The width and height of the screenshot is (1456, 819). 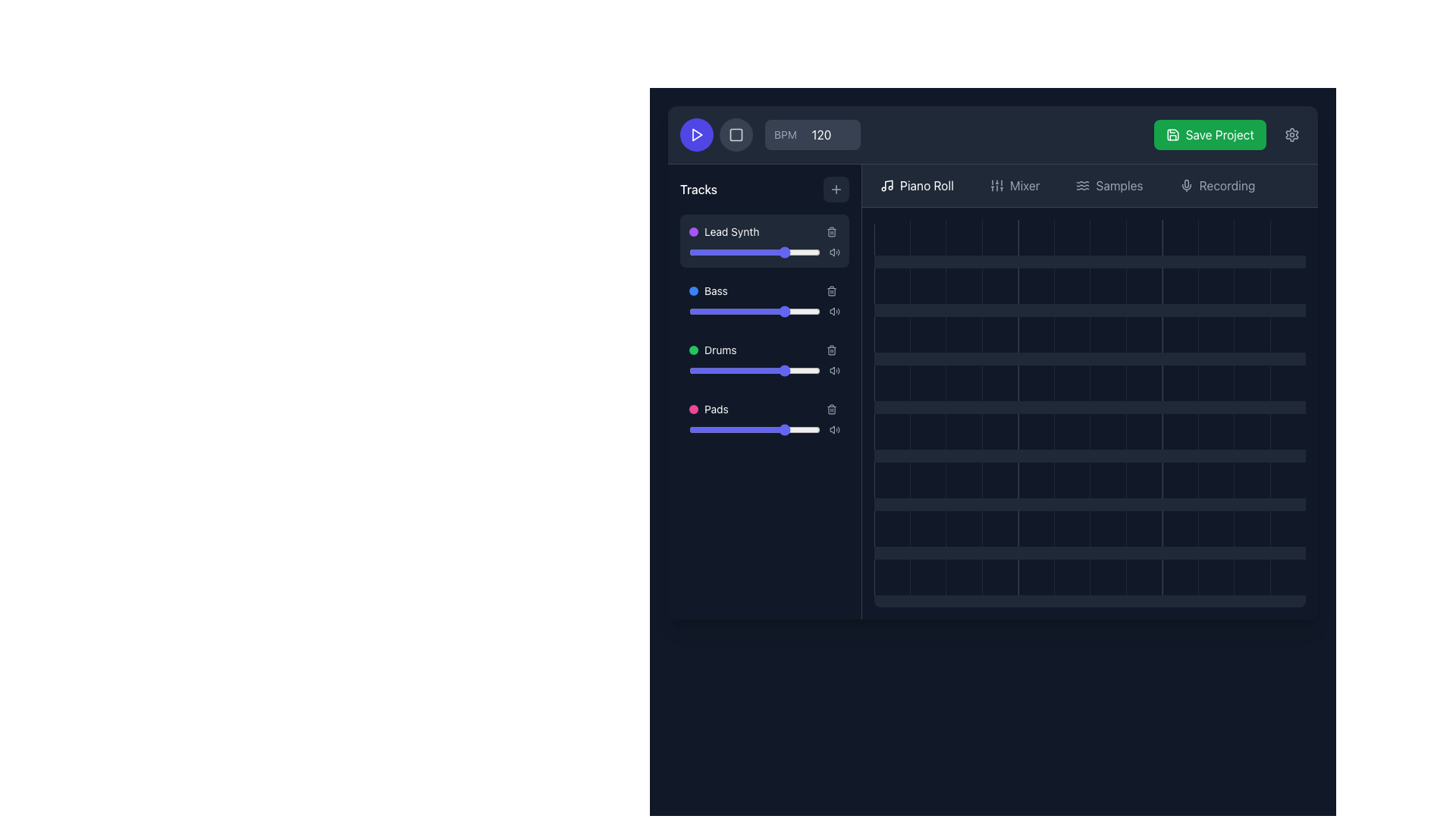 What do you see at coordinates (1179, 577) in the screenshot?
I see `the grid cell located in the bottom row, ninth column of the grid structure, which is used for designating specific inputs or activations` at bounding box center [1179, 577].